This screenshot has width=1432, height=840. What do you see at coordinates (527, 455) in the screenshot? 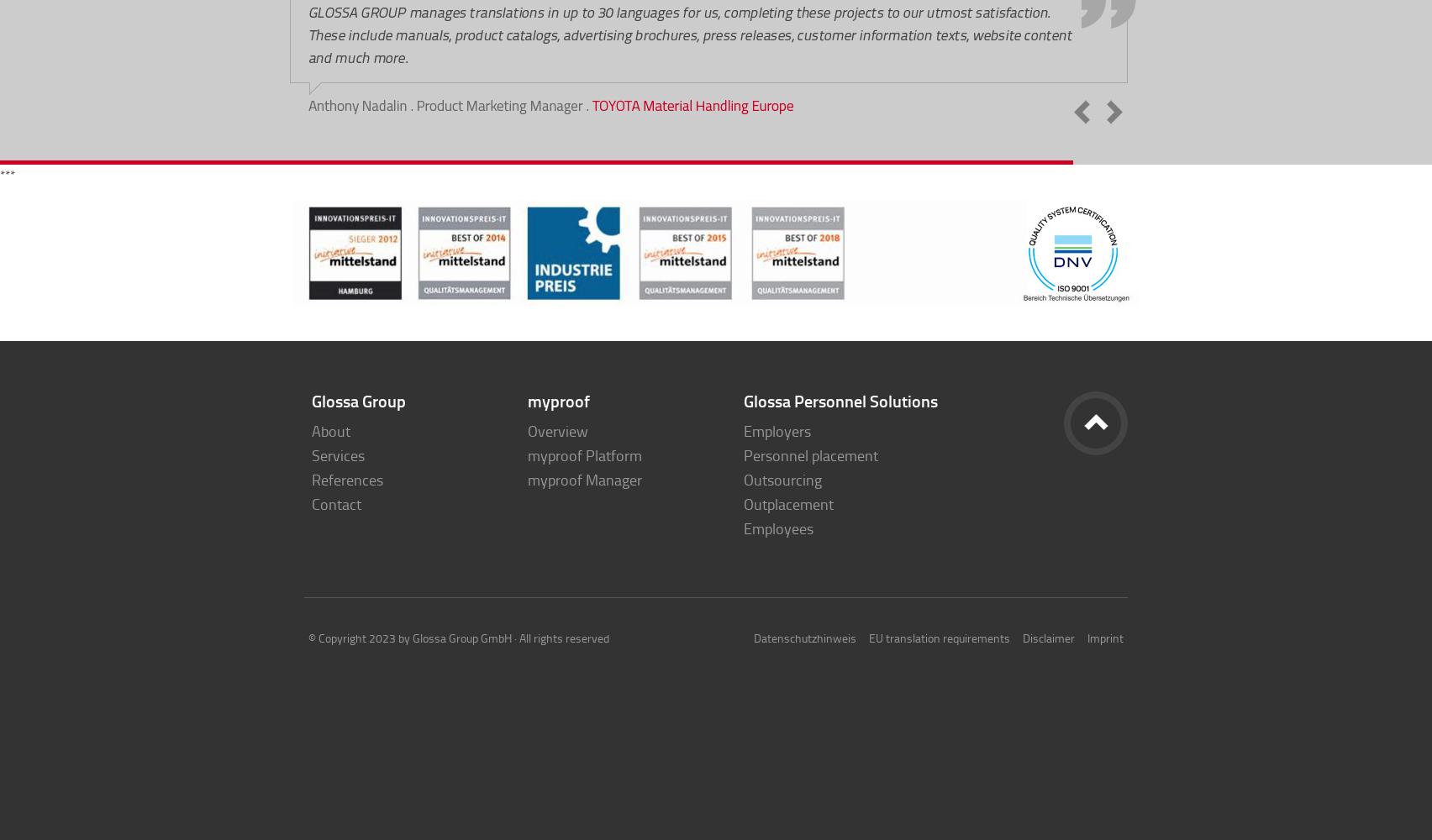
I see `'myproof Platform'` at bounding box center [527, 455].